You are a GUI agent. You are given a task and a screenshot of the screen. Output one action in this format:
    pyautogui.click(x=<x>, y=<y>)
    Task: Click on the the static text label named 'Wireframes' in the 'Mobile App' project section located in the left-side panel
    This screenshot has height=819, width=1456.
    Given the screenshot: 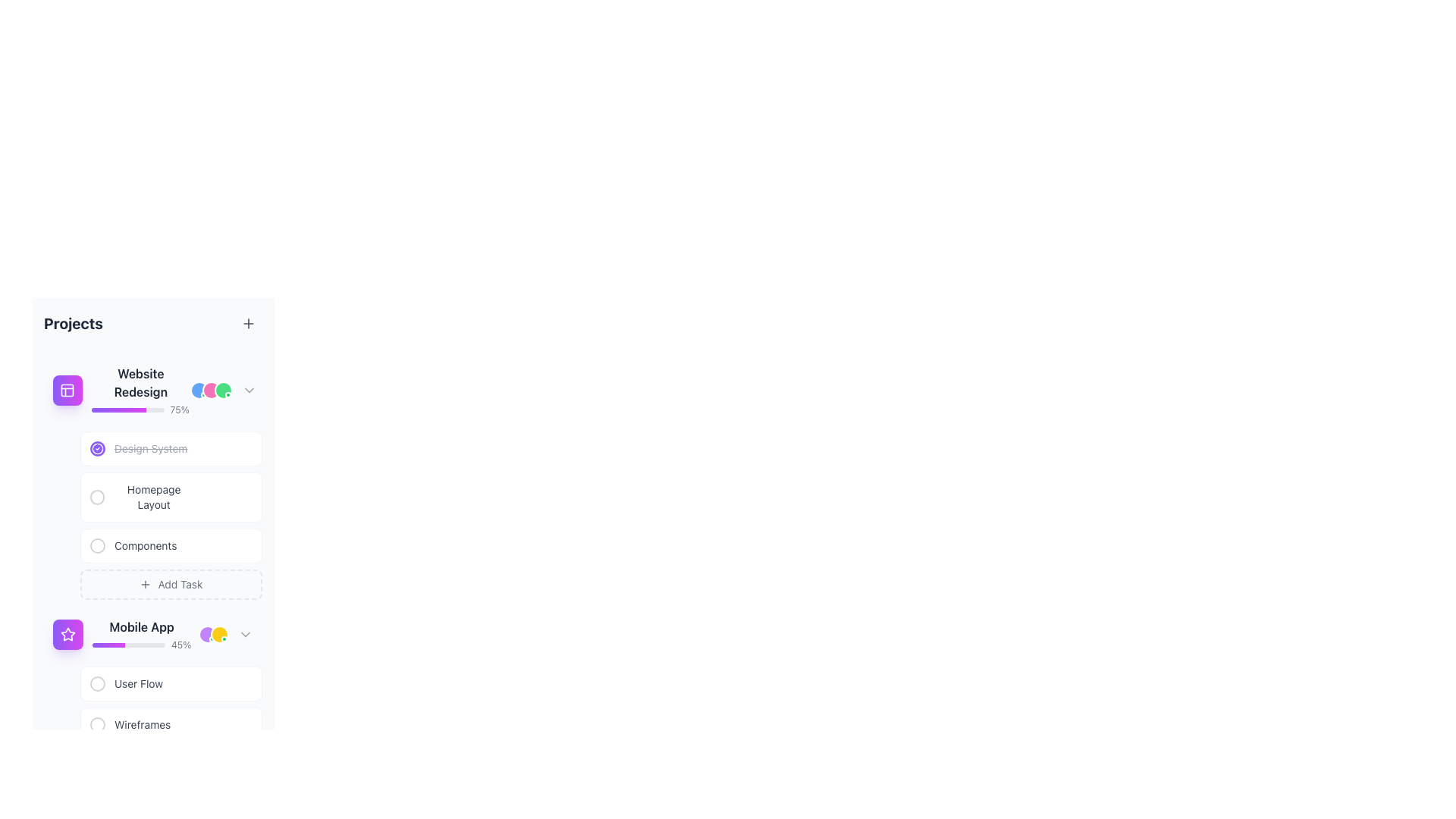 What is the action you would take?
    pyautogui.click(x=143, y=724)
    